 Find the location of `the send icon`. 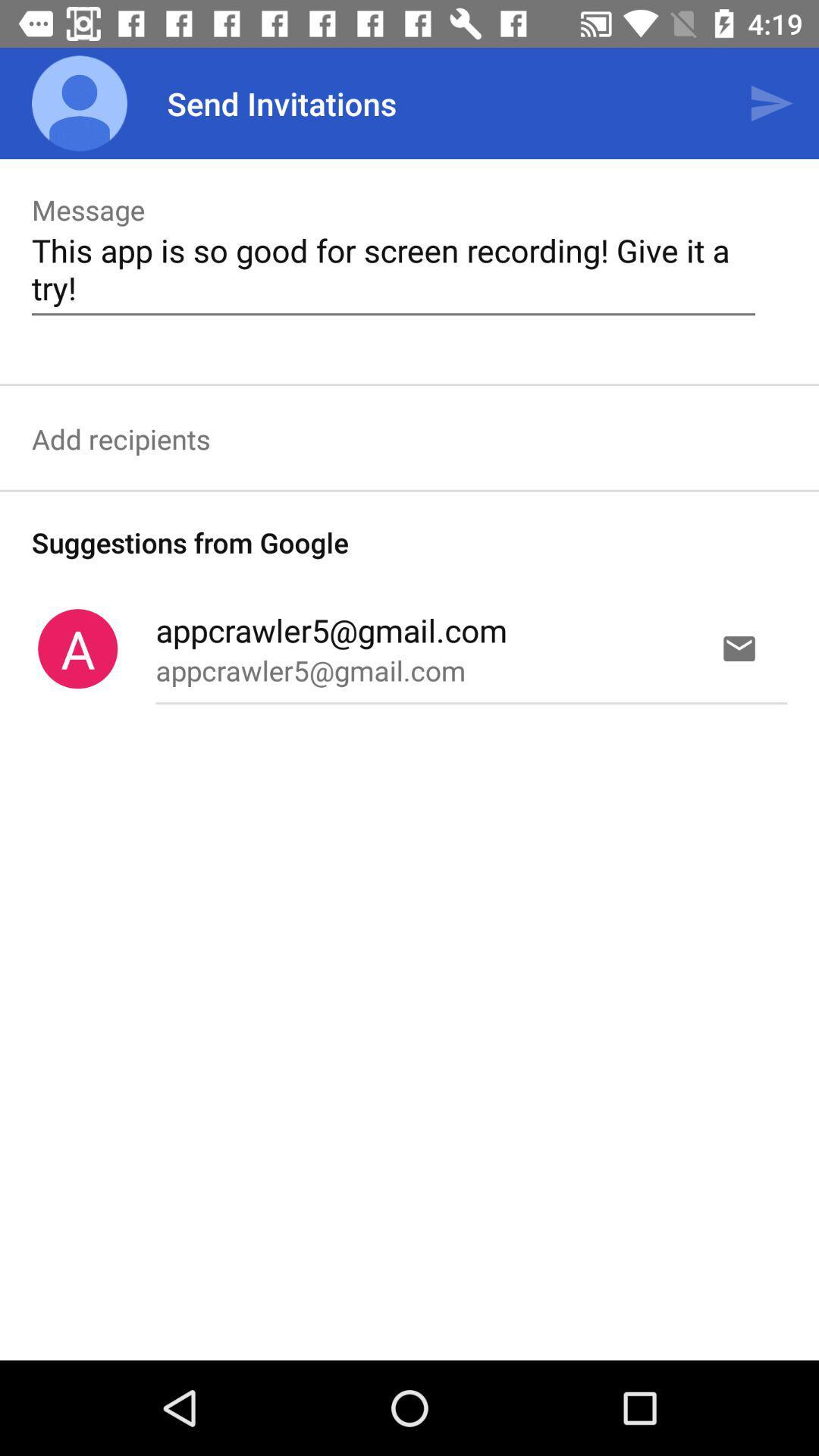

the send icon is located at coordinates (771, 103).